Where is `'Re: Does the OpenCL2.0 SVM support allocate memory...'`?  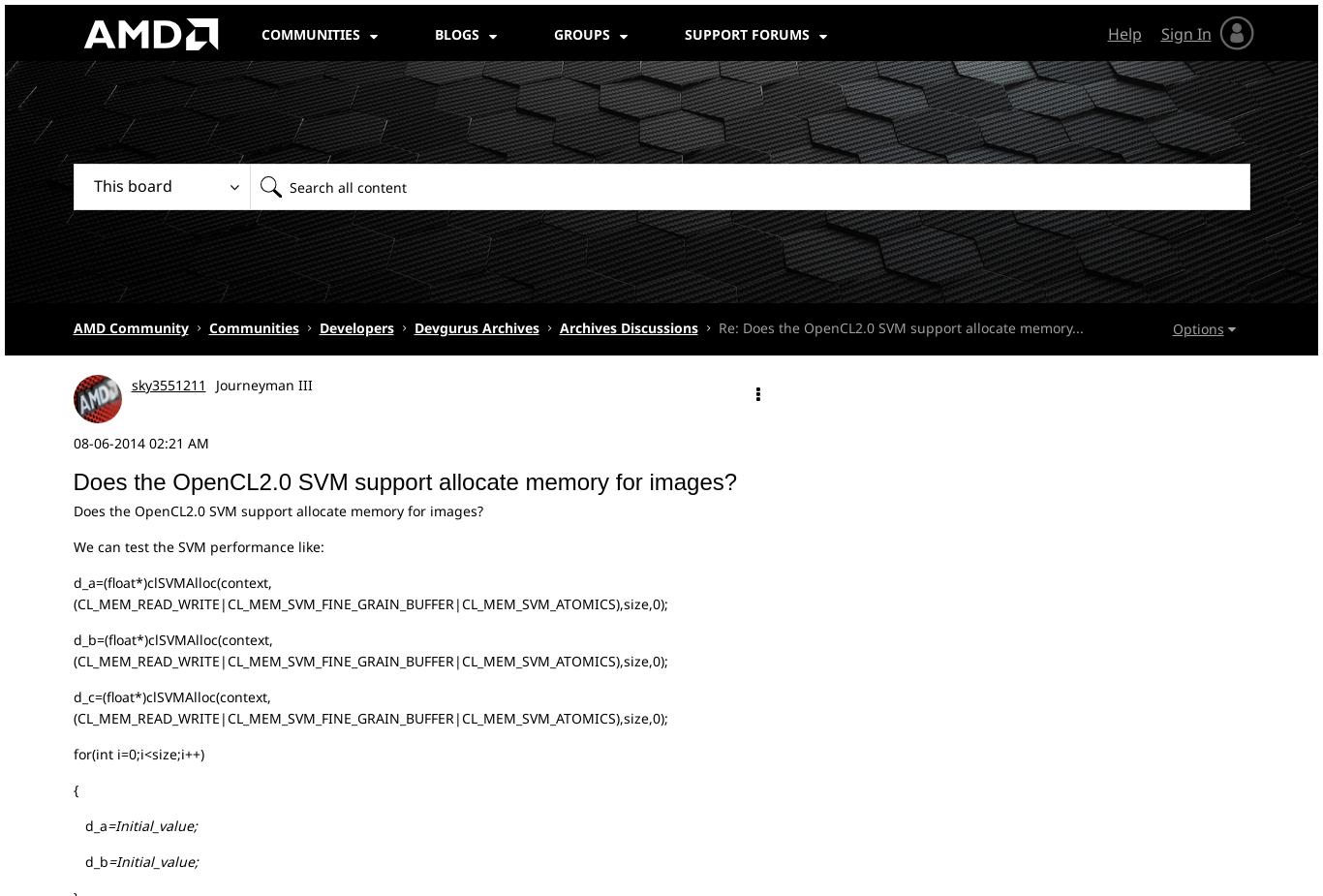
'Re: Does the OpenCL2.0 SVM support allocate memory...' is located at coordinates (900, 326).